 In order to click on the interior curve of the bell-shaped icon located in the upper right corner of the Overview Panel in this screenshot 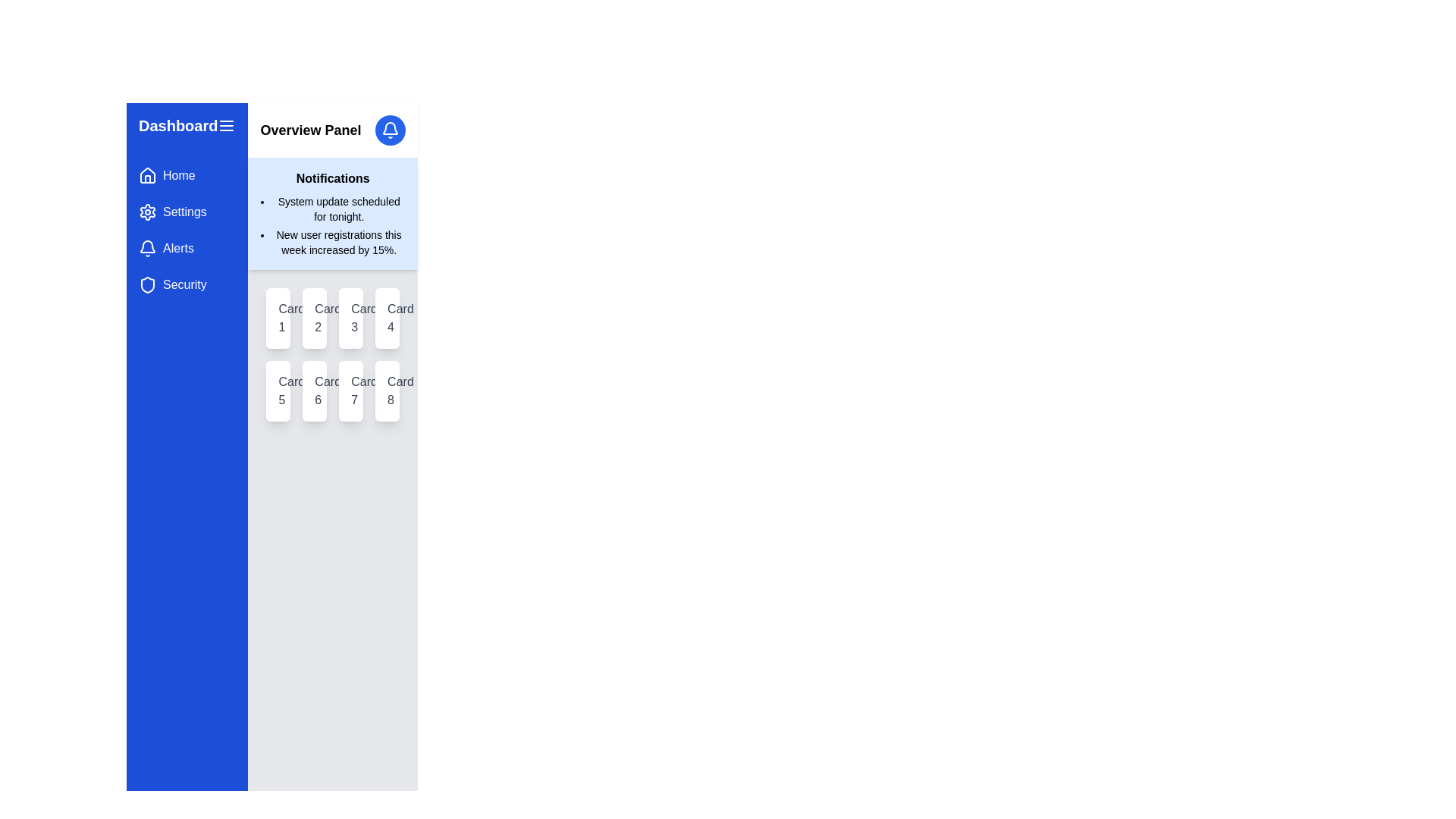, I will do `click(390, 127)`.